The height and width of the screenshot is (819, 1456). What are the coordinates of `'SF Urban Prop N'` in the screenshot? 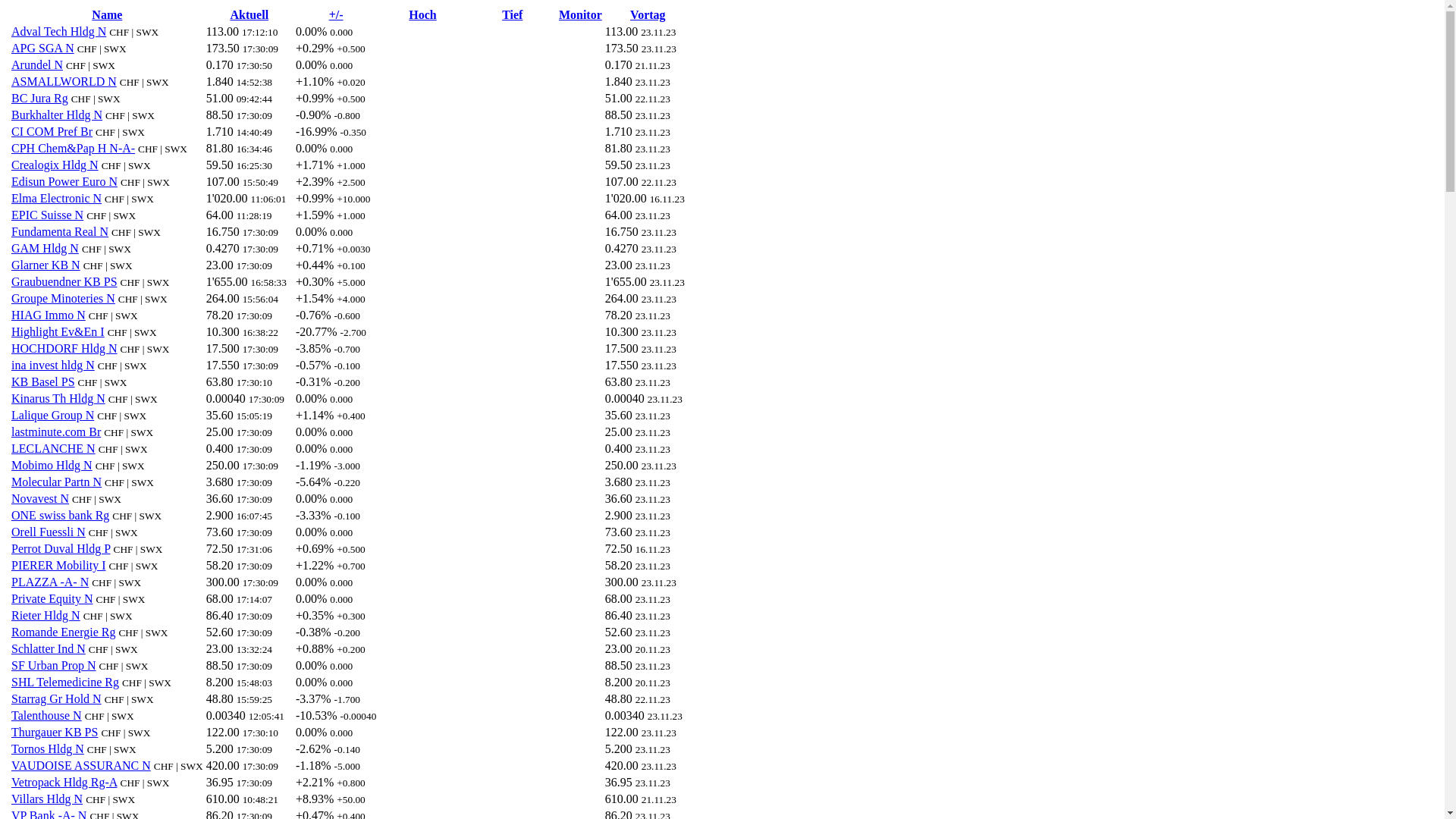 It's located at (11, 664).